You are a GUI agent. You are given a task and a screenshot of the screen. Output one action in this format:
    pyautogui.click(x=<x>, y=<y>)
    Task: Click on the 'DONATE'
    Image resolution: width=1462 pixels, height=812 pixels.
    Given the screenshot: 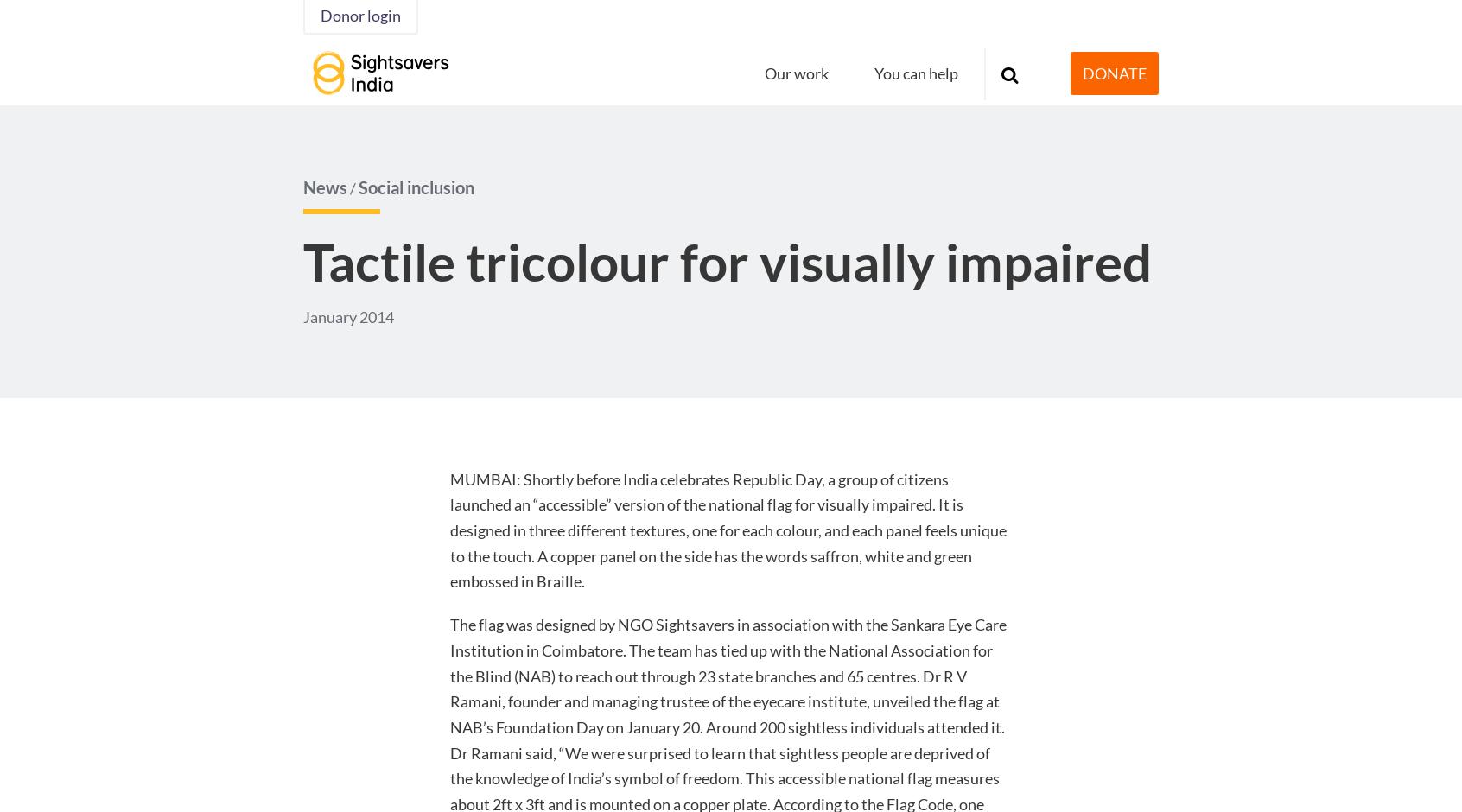 What is the action you would take?
    pyautogui.click(x=1082, y=73)
    